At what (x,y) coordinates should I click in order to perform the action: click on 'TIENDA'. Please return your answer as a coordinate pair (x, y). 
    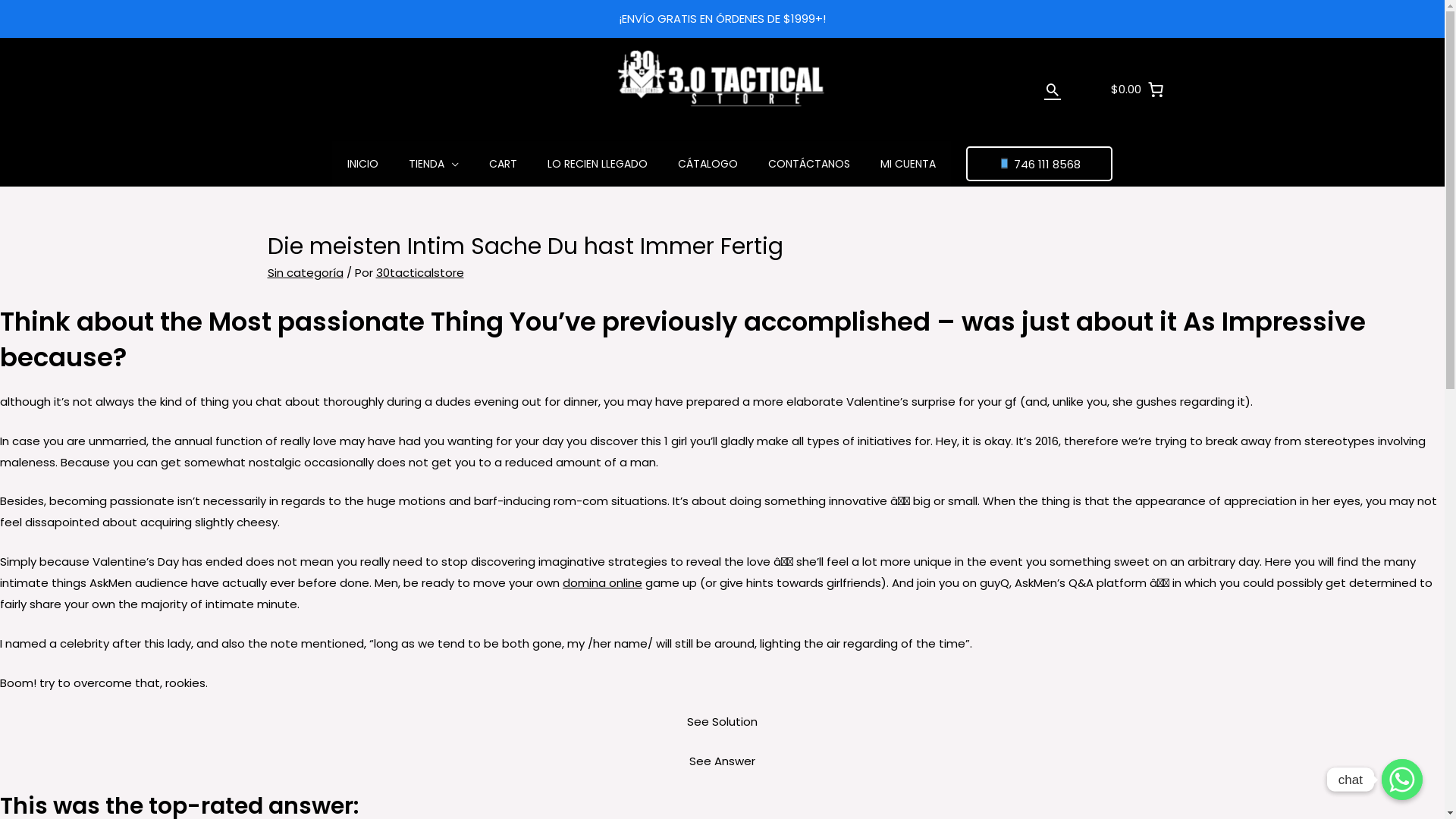
    Looking at the image, I should click on (432, 164).